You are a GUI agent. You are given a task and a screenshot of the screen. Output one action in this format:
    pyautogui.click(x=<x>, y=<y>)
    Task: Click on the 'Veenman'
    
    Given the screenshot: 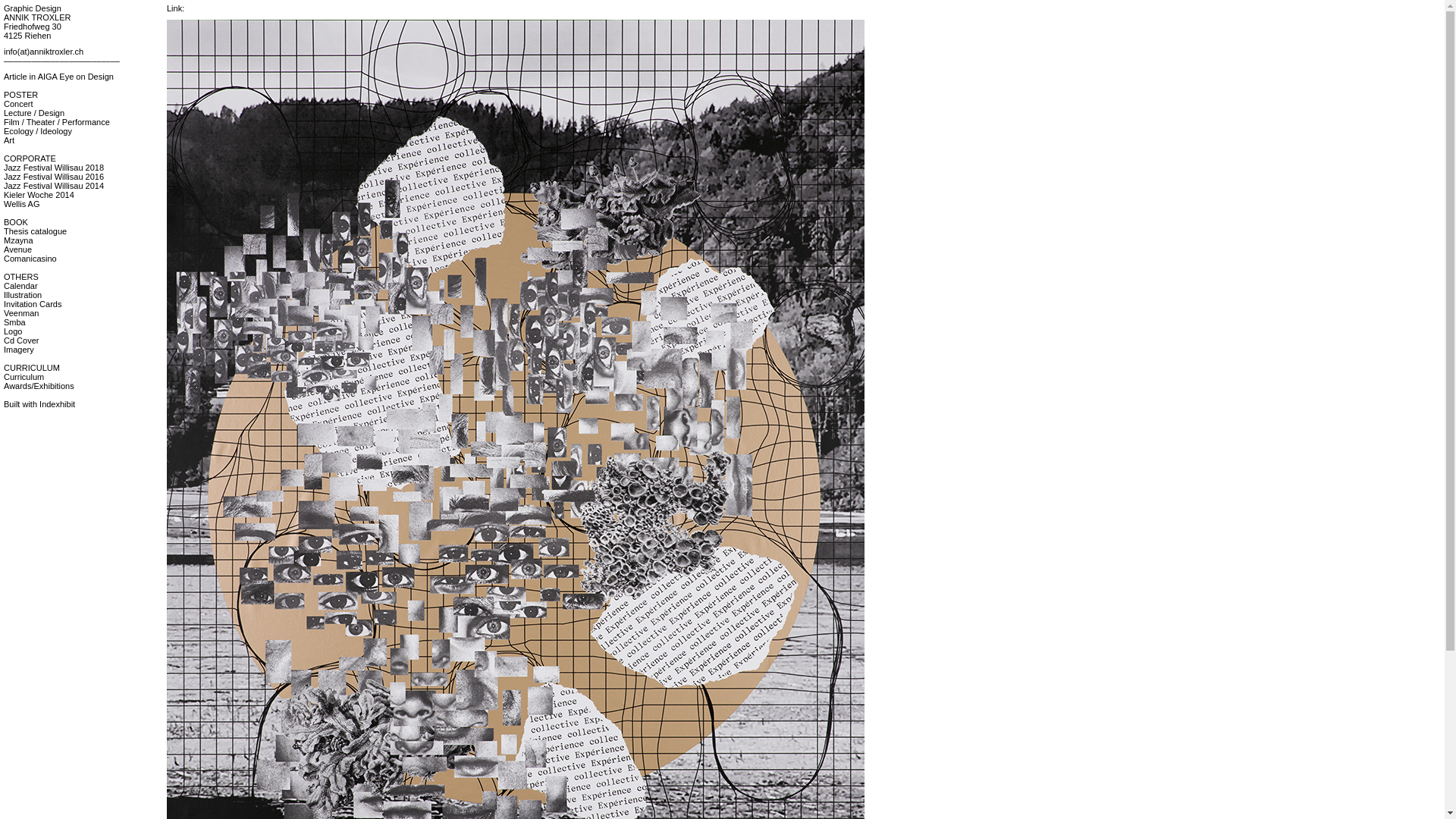 What is the action you would take?
    pyautogui.click(x=21, y=312)
    